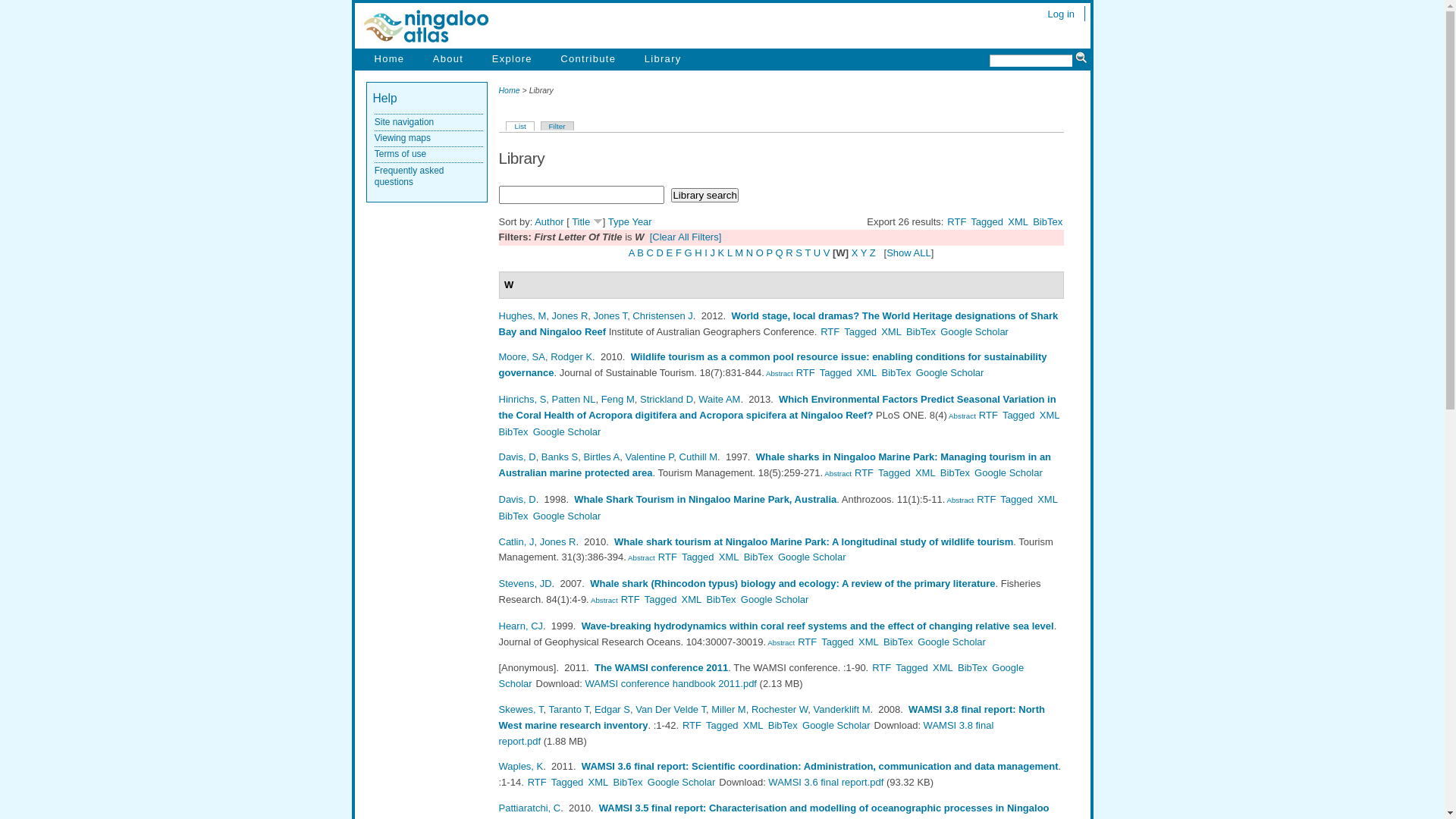  Describe the element at coordinates (570, 356) in the screenshot. I see `'Rodger K'` at that location.